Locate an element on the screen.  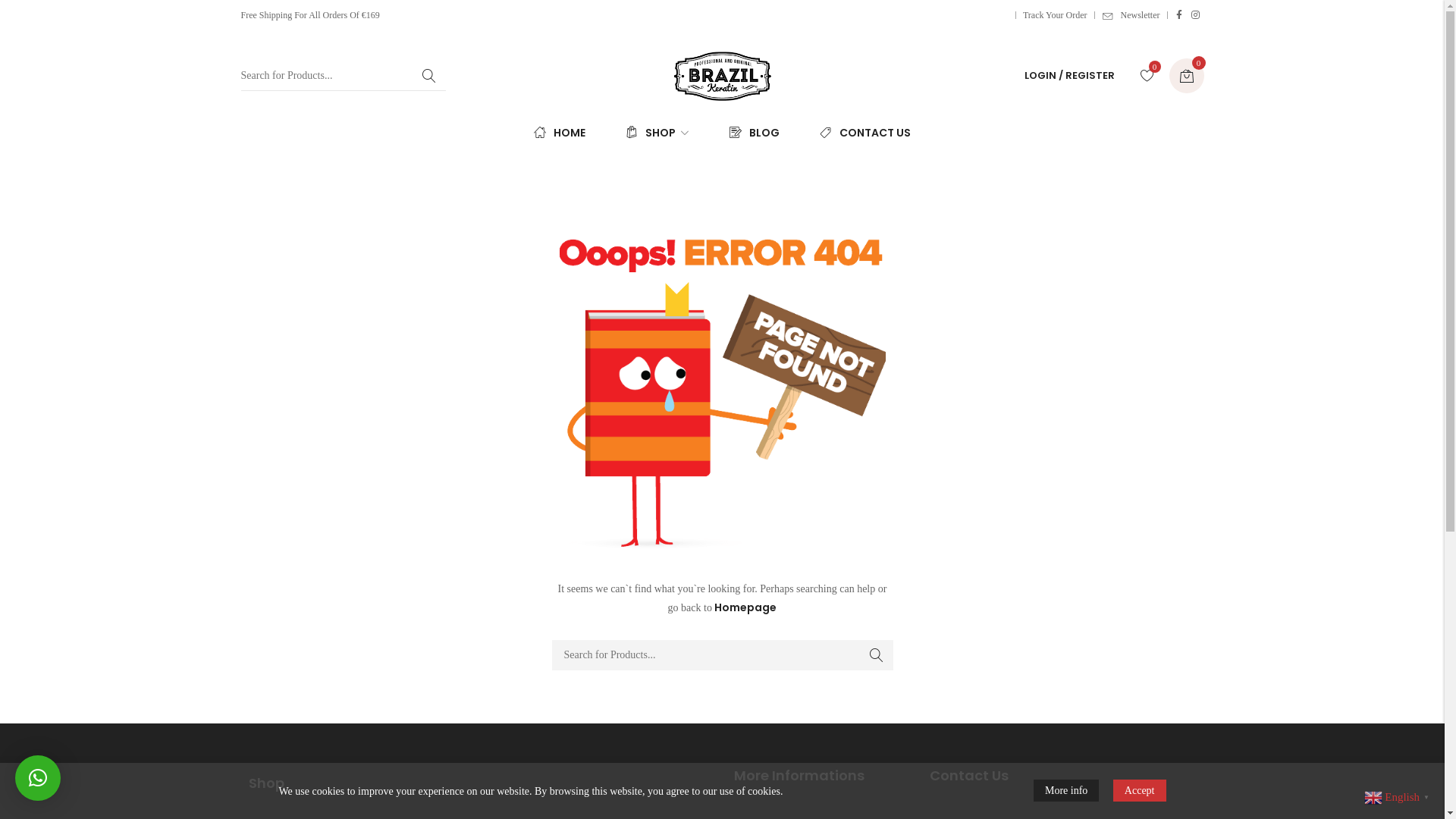
'Professional and Original' is located at coordinates (720, 76).